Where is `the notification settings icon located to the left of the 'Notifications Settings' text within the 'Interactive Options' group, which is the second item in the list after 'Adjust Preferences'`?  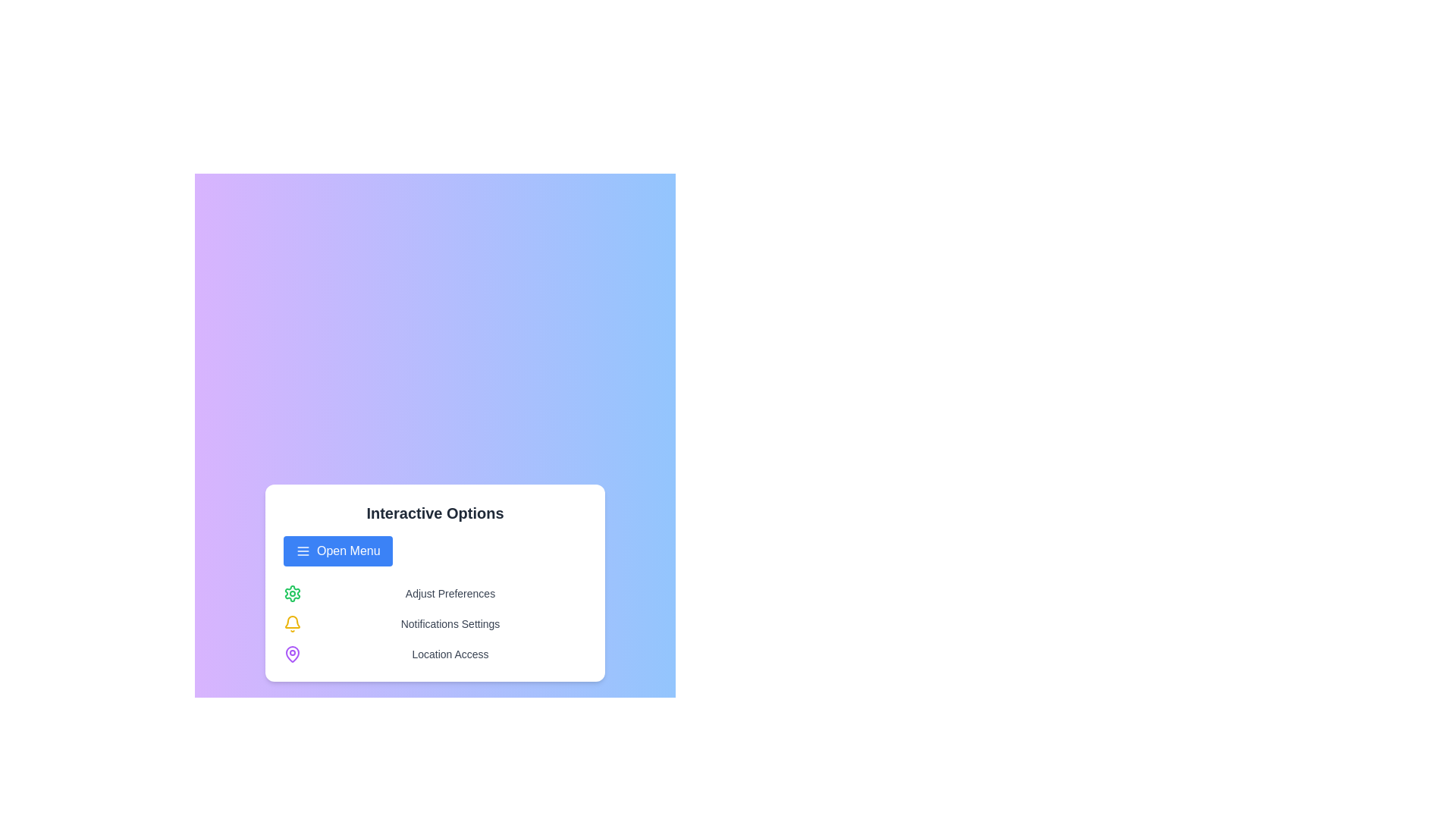
the notification settings icon located to the left of the 'Notifications Settings' text within the 'Interactive Options' group, which is the second item in the list after 'Adjust Preferences' is located at coordinates (292, 623).